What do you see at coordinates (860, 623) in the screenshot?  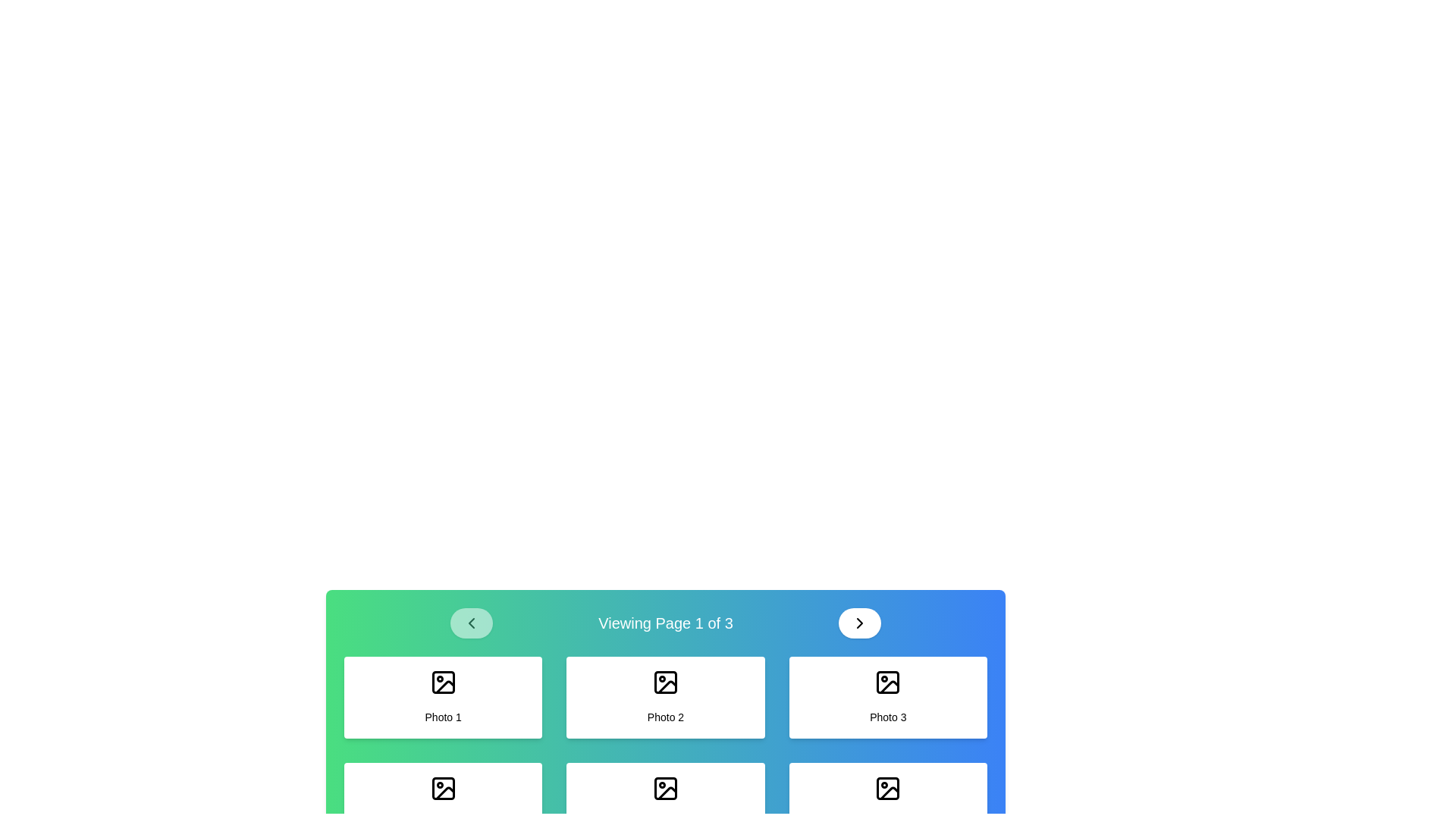 I see `the chevron icon embedded in the navigation button located at the upper right side of the interface for navigation to the next page or section` at bounding box center [860, 623].